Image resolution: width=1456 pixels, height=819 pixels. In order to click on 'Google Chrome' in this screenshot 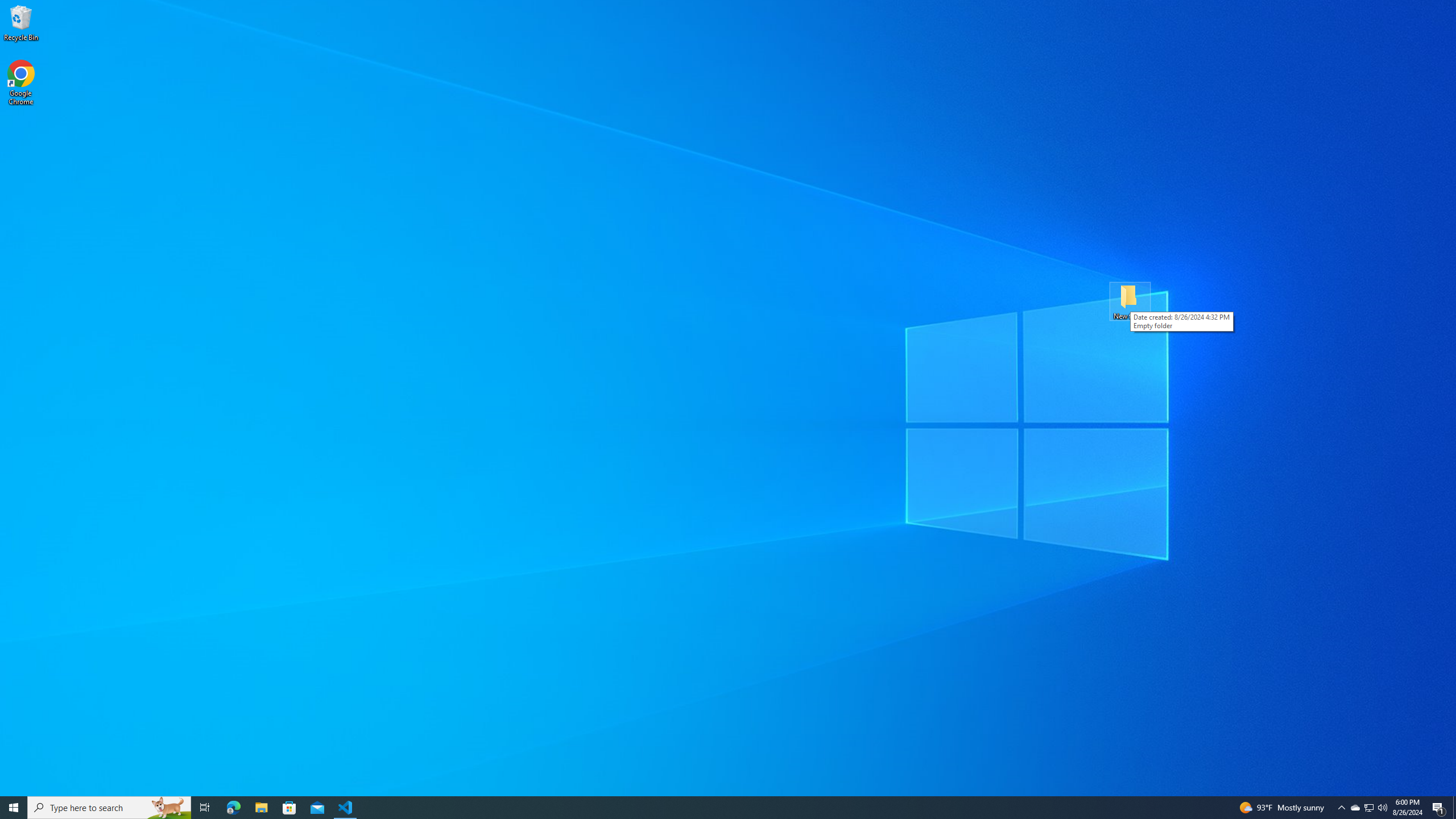, I will do `click(20, 82)`.